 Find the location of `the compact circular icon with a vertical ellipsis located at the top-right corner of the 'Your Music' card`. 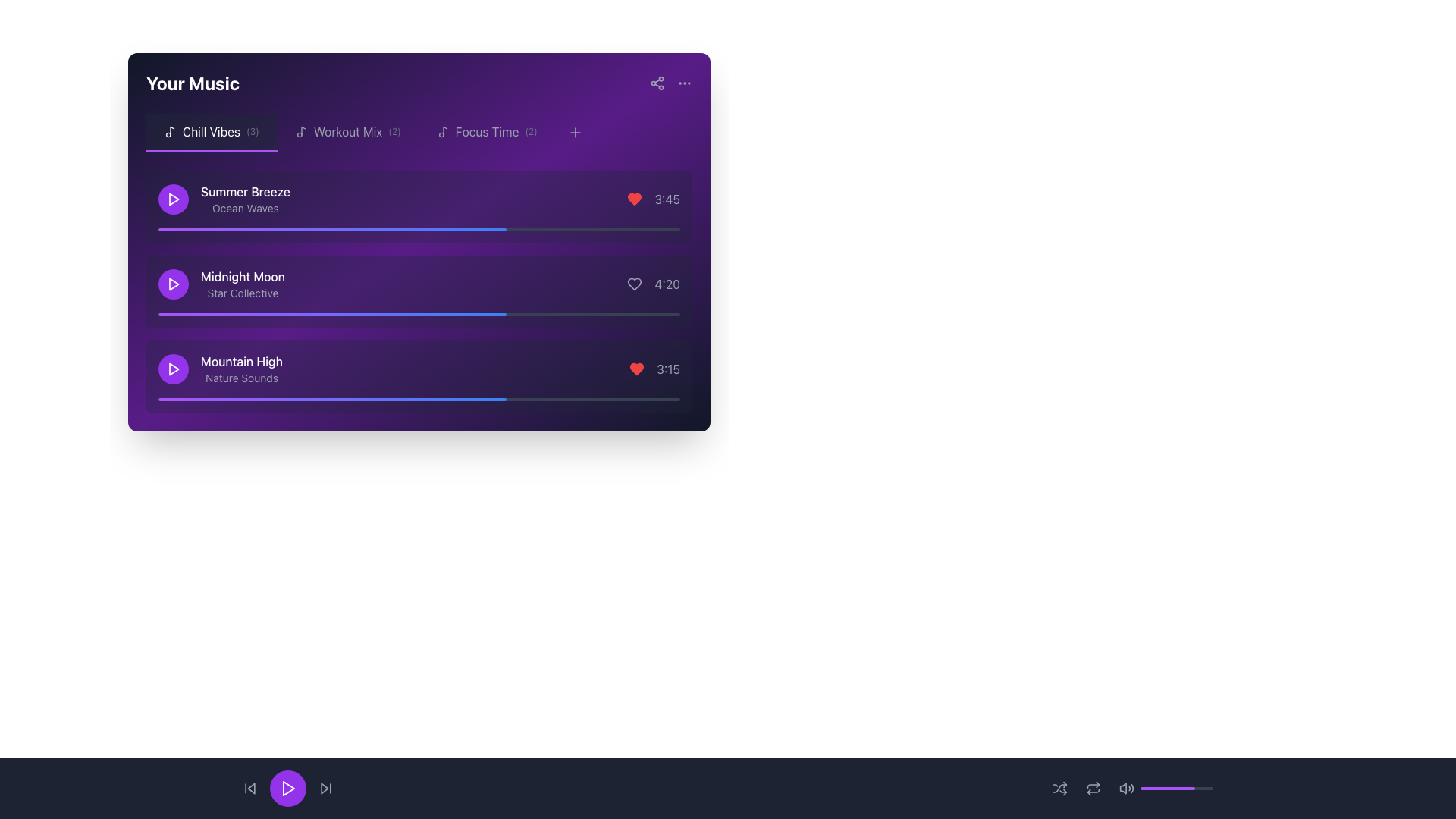

the compact circular icon with a vertical ellipsis located at the top-right corner of the 'Your Music' card is located at coordinates (683, 83).